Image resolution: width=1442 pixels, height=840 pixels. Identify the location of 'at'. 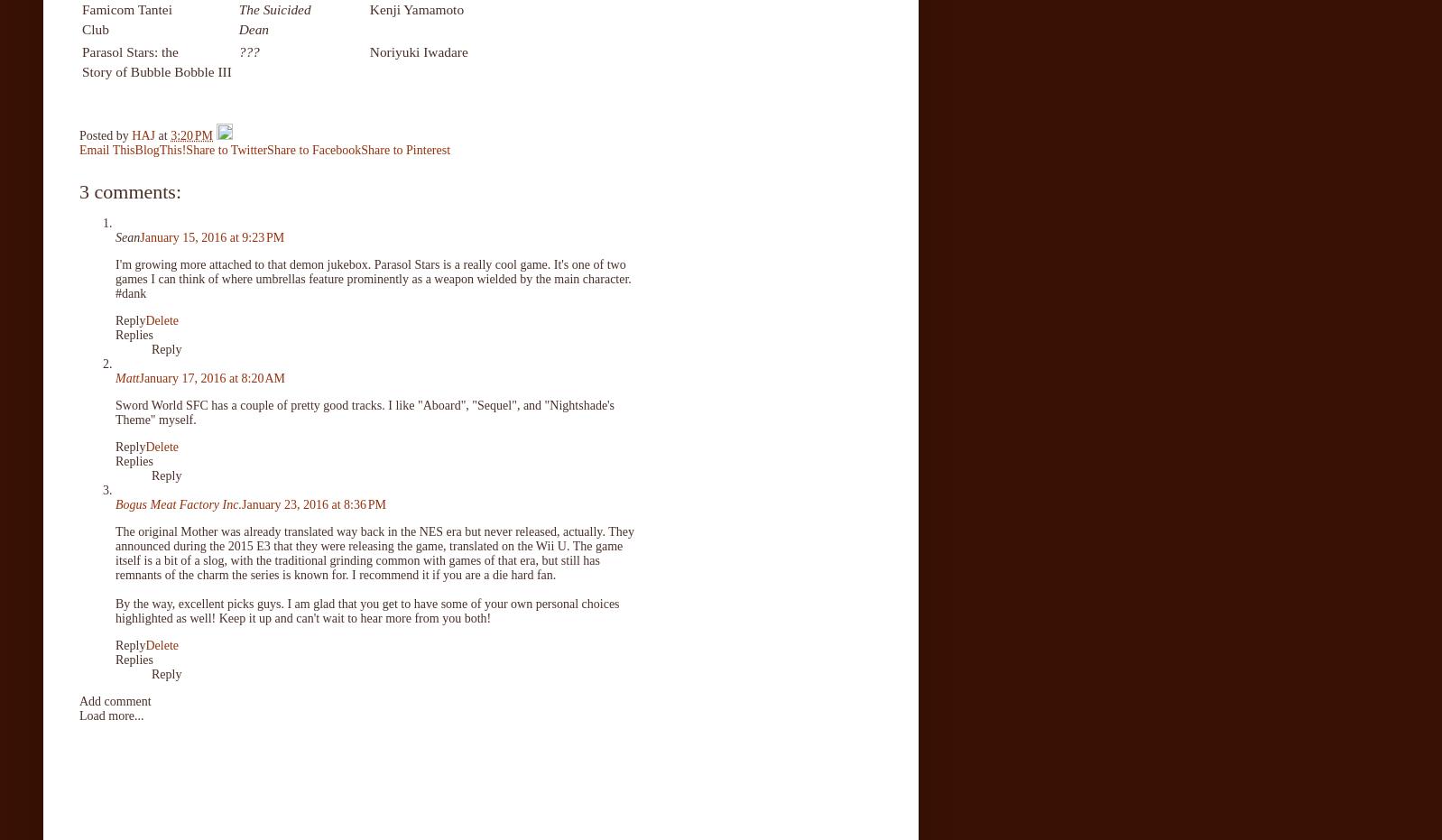
(163, 134).